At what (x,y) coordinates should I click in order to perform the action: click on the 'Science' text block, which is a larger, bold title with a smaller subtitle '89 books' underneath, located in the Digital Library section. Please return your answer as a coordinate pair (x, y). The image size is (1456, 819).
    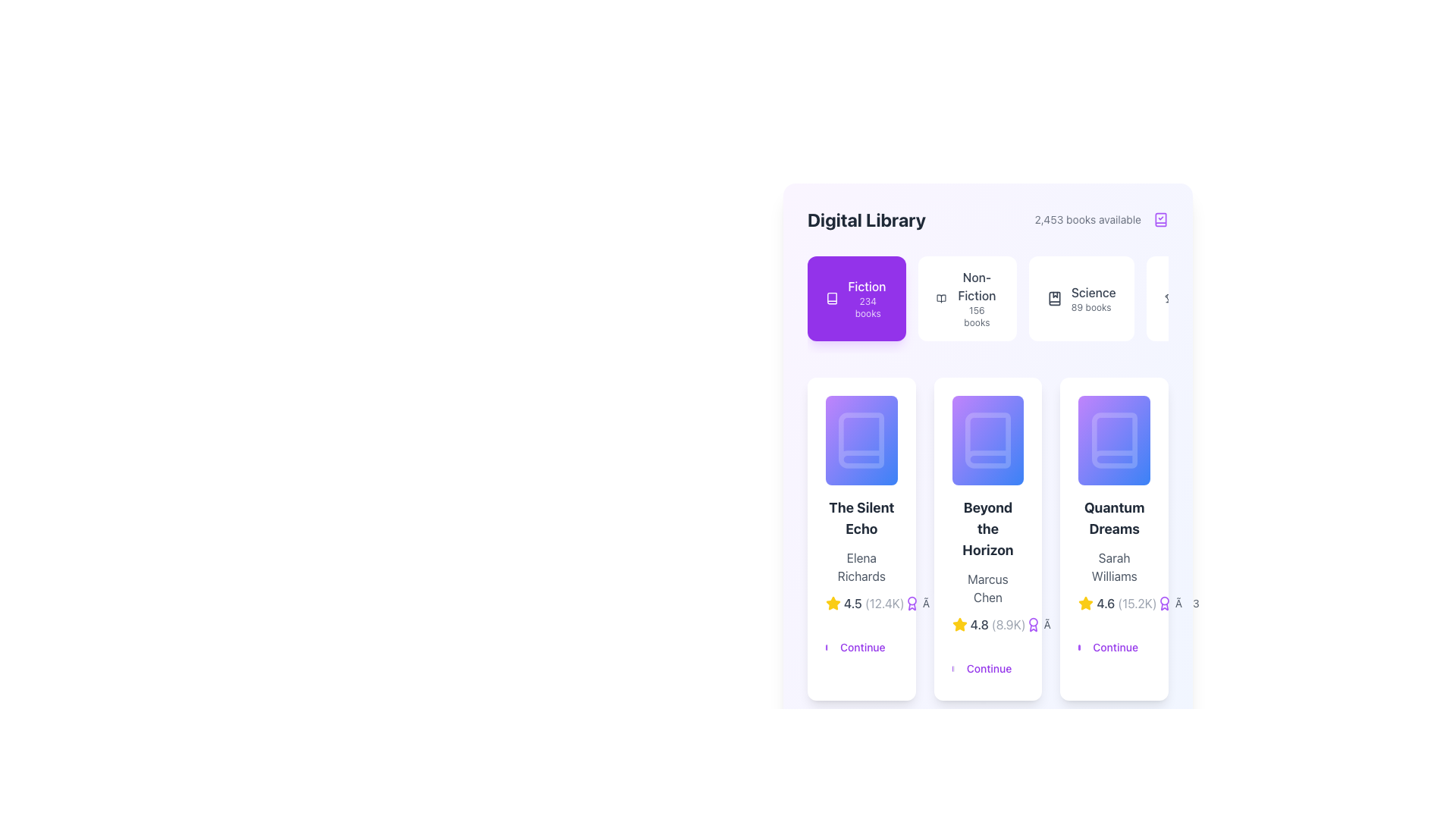
    Looking at the image, I should click on (1094, 298).